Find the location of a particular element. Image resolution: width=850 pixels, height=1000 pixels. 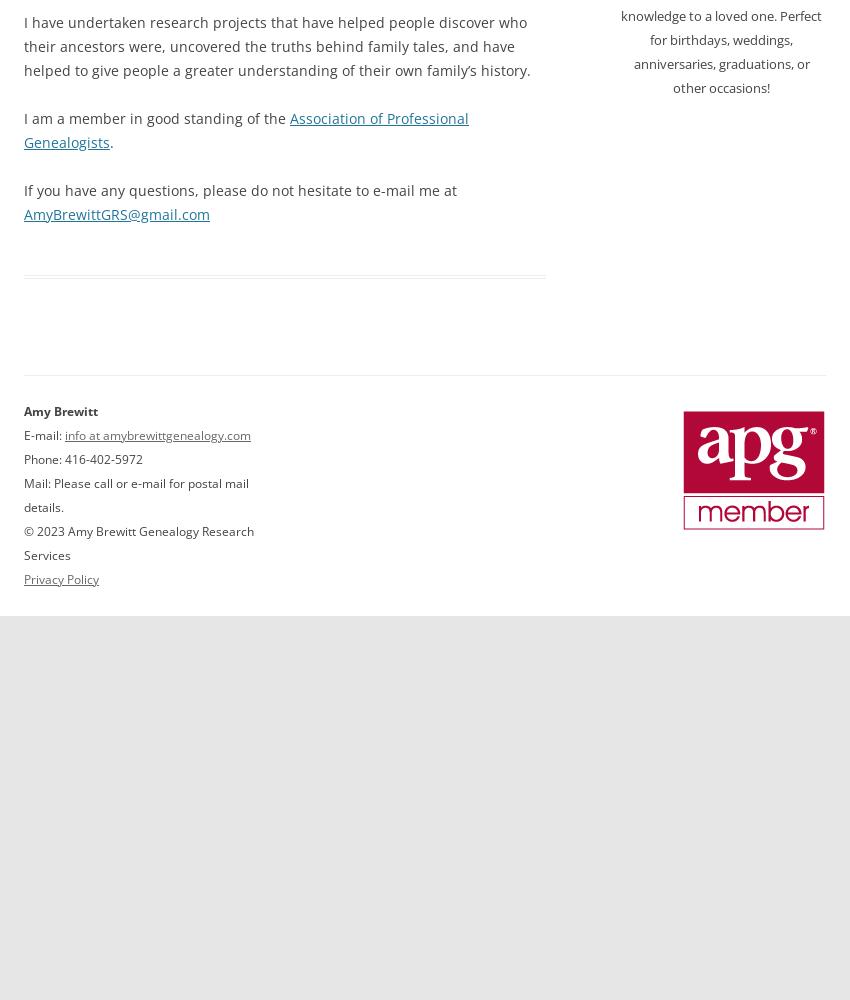

'.' is located at coordinates (111, 141).